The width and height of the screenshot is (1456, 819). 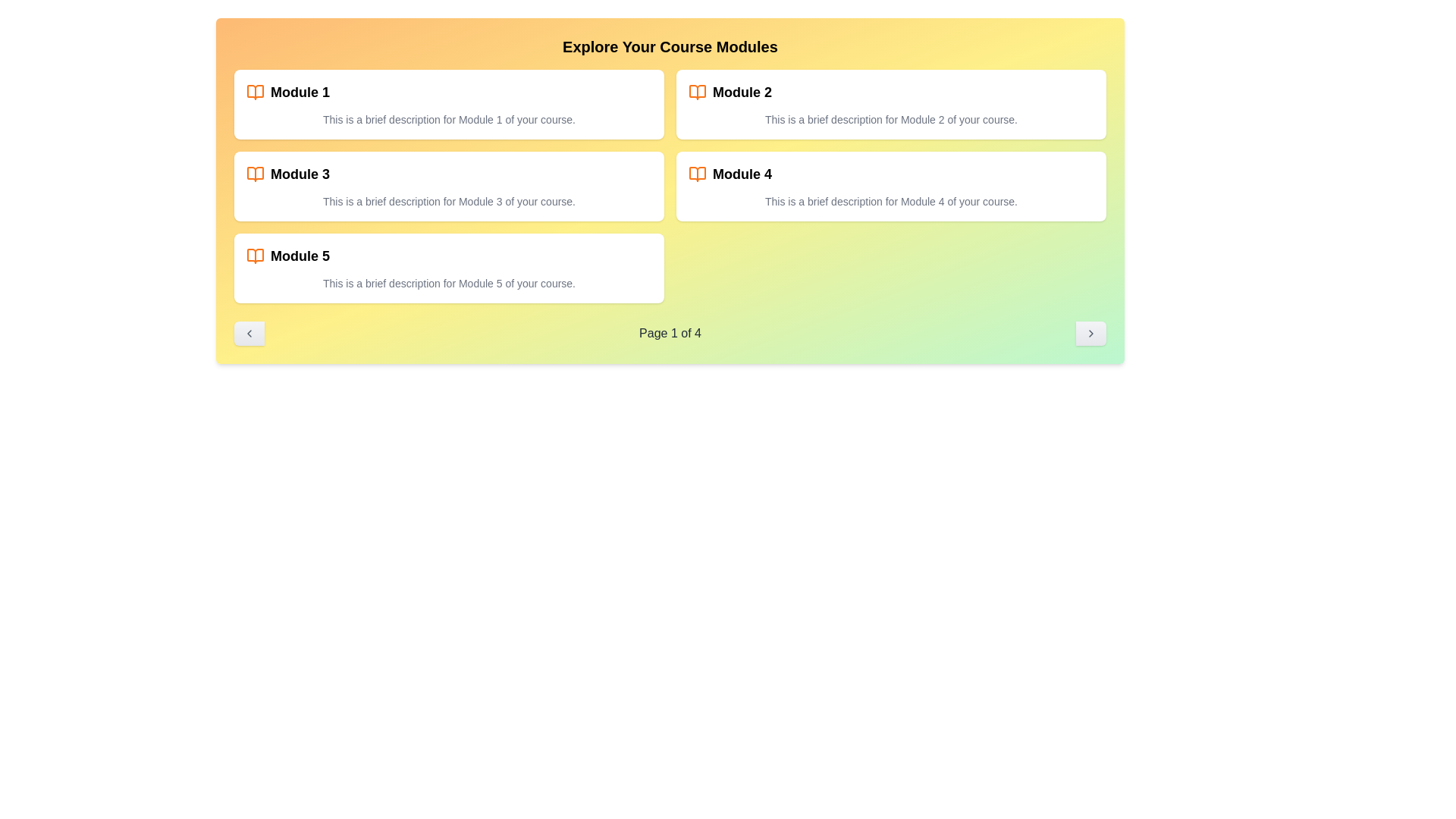 I want to click on the second module title text, which is part of a grid layout and positioned adjacent to a descriptive text with an orange book icon on its left, so click(x=742, y=93).